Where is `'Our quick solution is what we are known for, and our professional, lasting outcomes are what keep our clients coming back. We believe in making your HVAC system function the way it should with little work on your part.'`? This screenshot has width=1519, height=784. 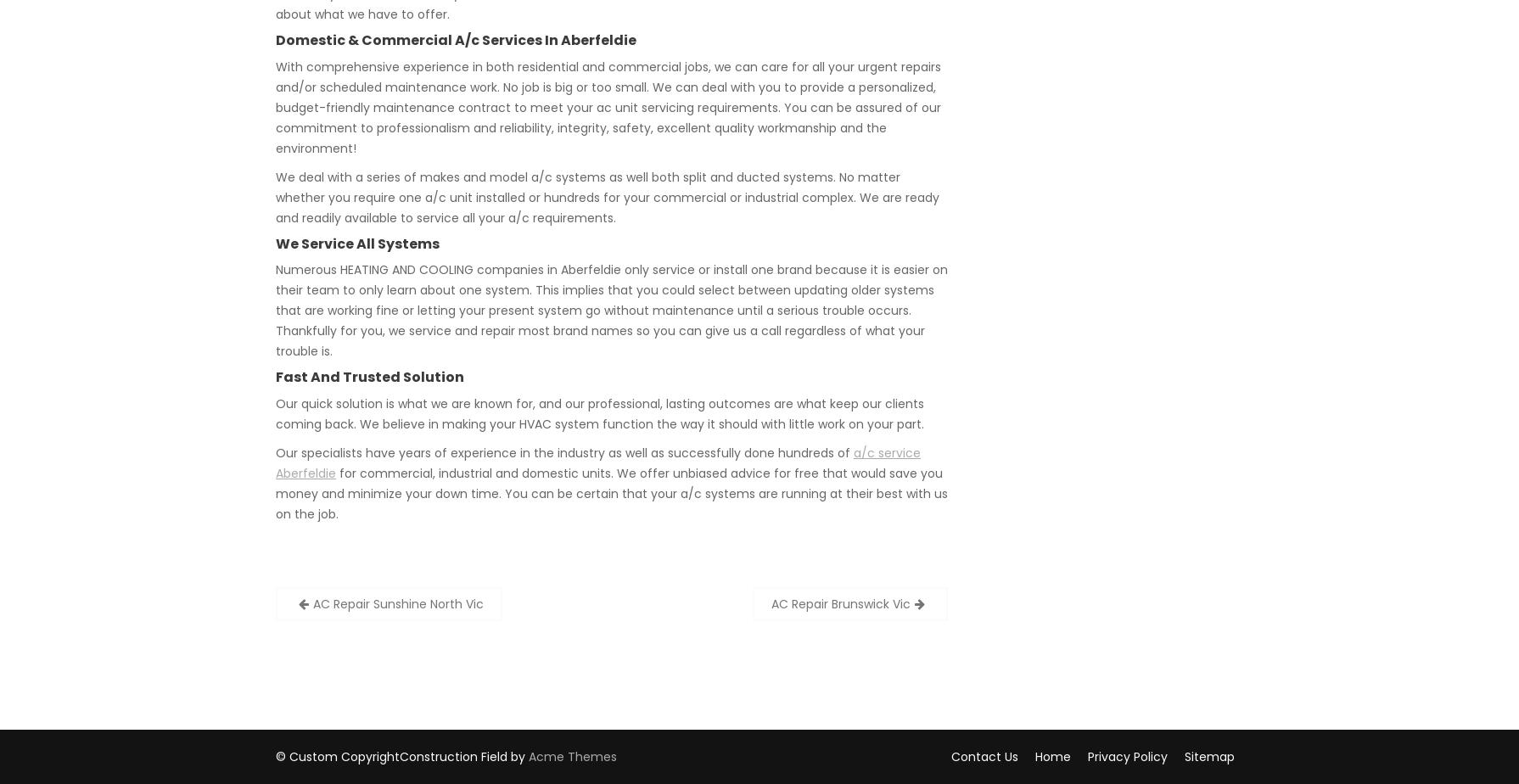 'Our quick solution is what we are known for, and our professional, lasting outcomes are what keep our clients coming back. We believe in making your HVAC system function the way it should with little work on your part.' is located at coordinates (276, 413).